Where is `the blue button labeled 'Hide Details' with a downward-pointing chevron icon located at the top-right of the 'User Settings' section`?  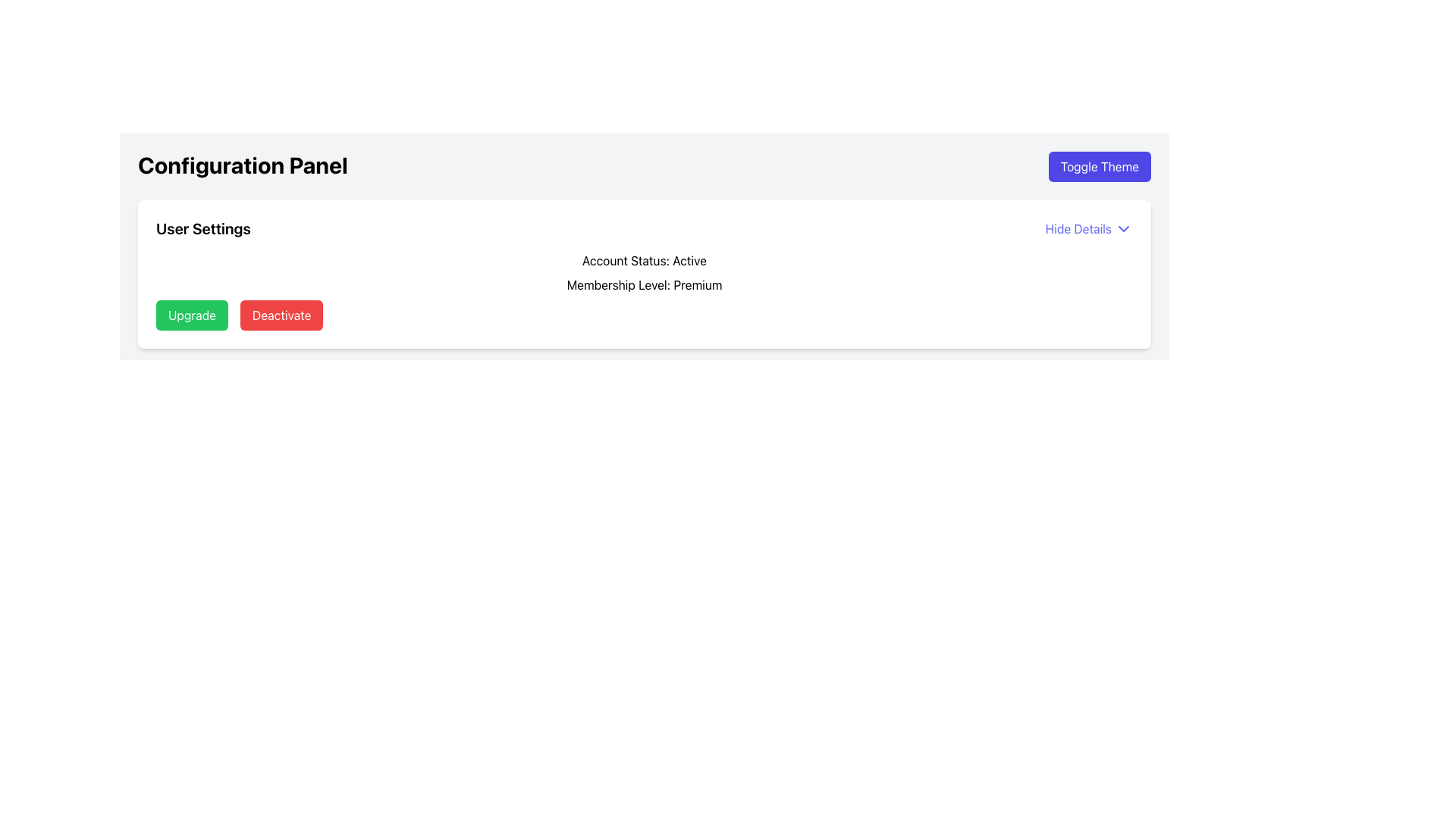 the blue button labeled 'Hide Details' with a downward-pointing chevron icon located at the top-right of the 'User Settings' section is located at coordinates (1088, 228).